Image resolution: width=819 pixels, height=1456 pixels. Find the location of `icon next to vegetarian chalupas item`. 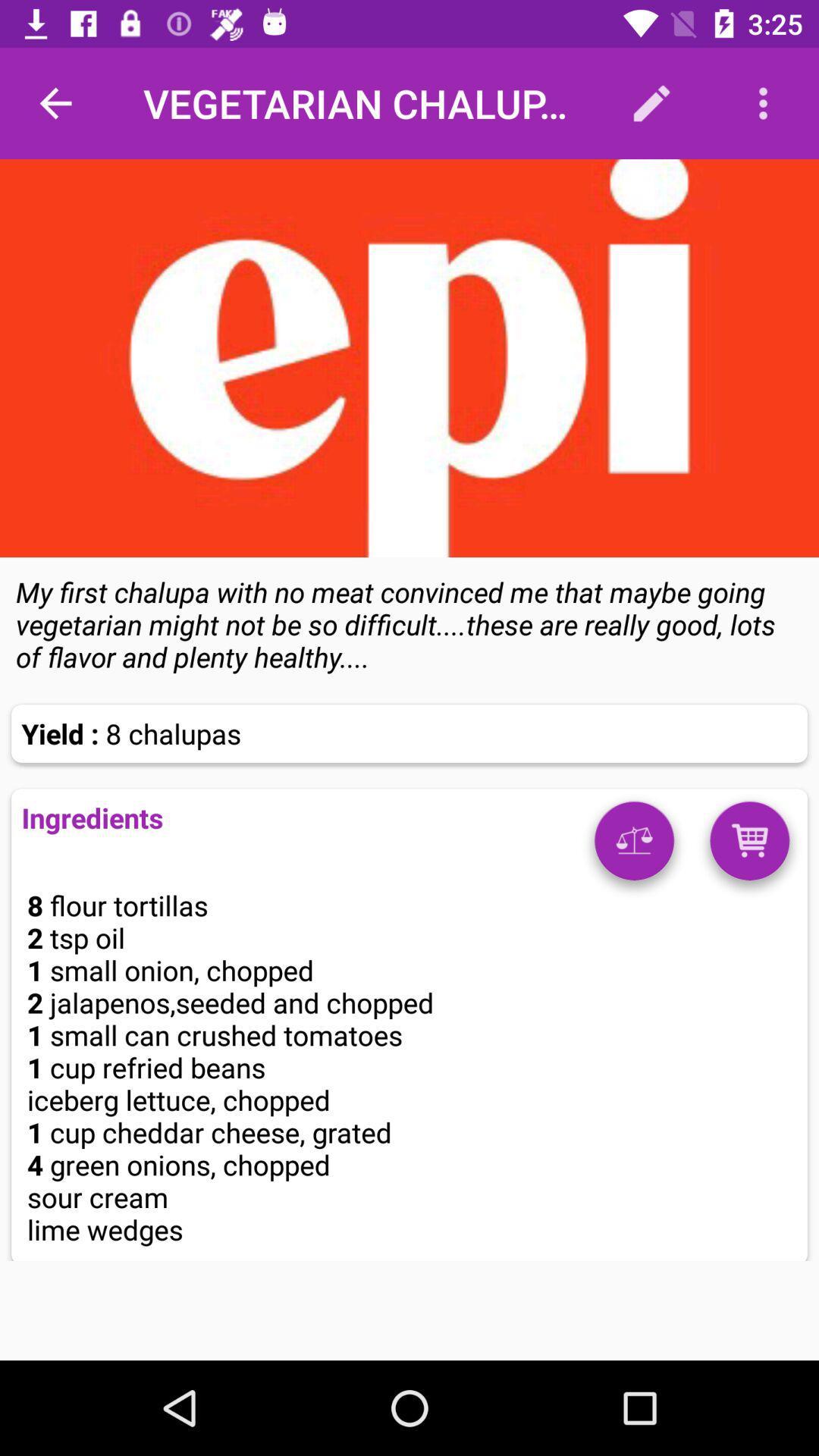

icon next to vegetarian chalupas item is located at coordinates (651, 102).